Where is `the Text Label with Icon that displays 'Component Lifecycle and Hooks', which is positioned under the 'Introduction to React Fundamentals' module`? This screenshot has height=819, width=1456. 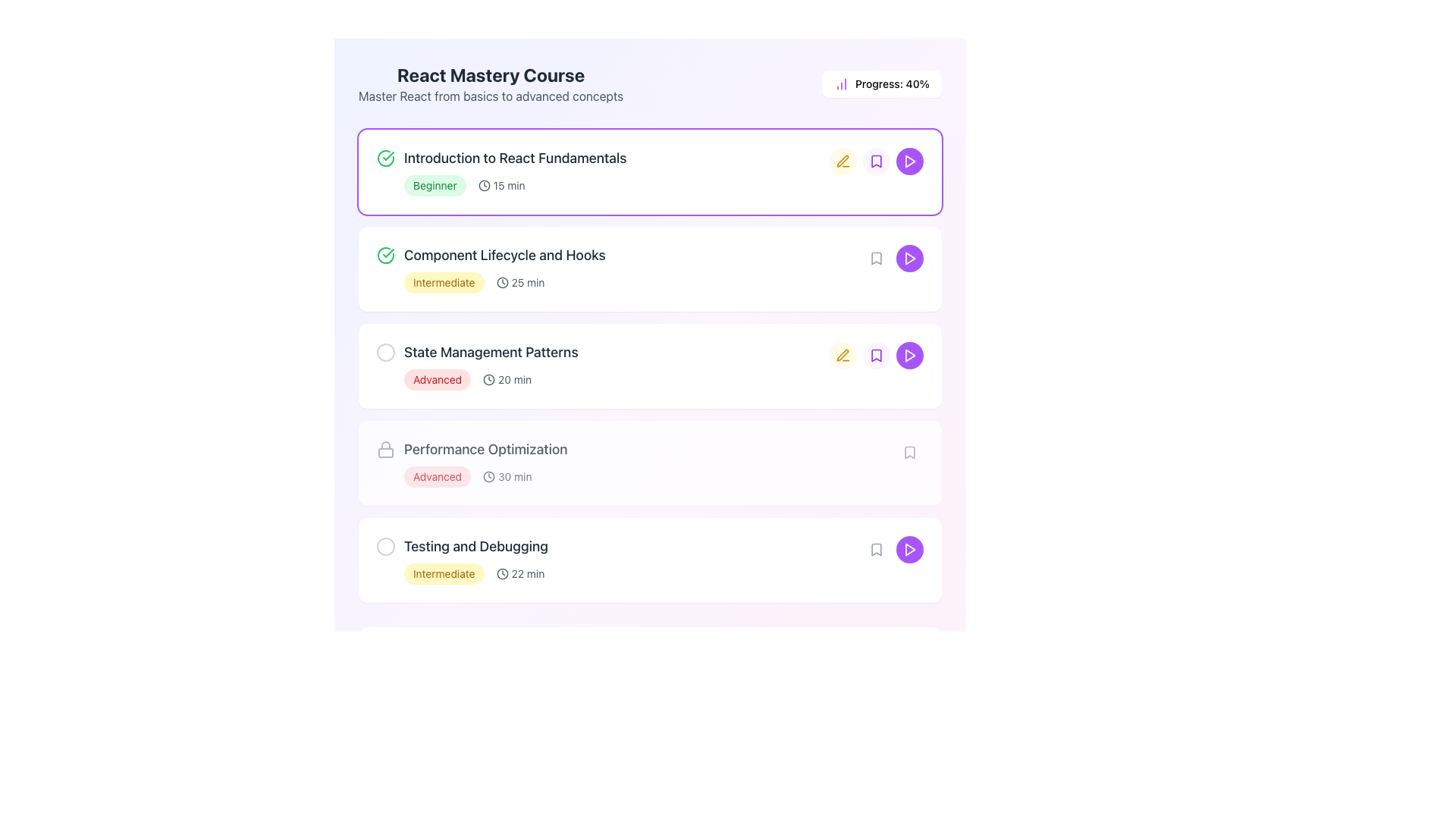 the Text Label with Icon that displays 'Component Lifecycle and Hooks', which is positioned under the 'Introduction to React Fundamentals' module is located at coordinates (620, 254).